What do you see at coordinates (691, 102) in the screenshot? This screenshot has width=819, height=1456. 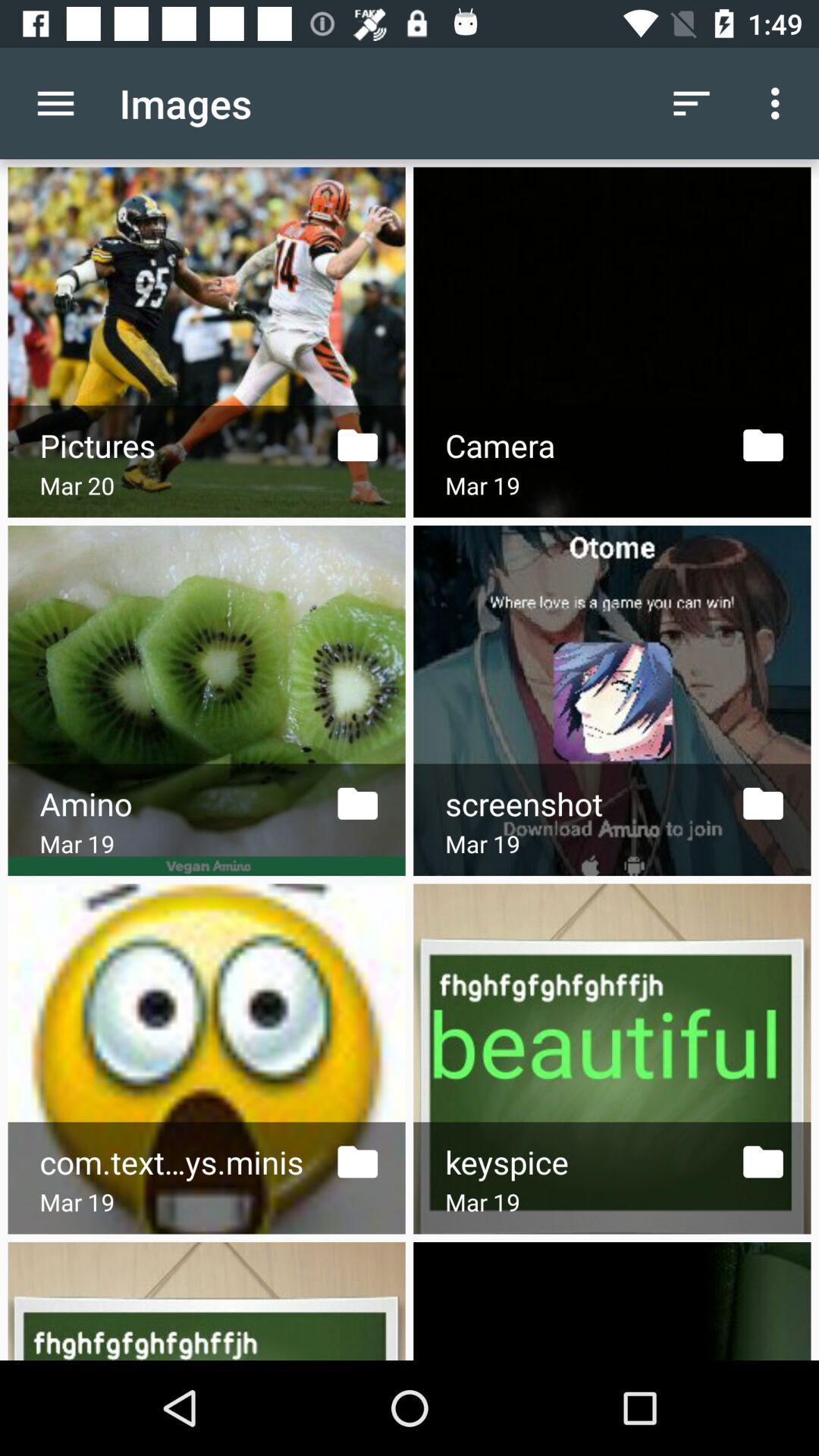 I see `app to the right of images app` at bounding box center [691, 102].